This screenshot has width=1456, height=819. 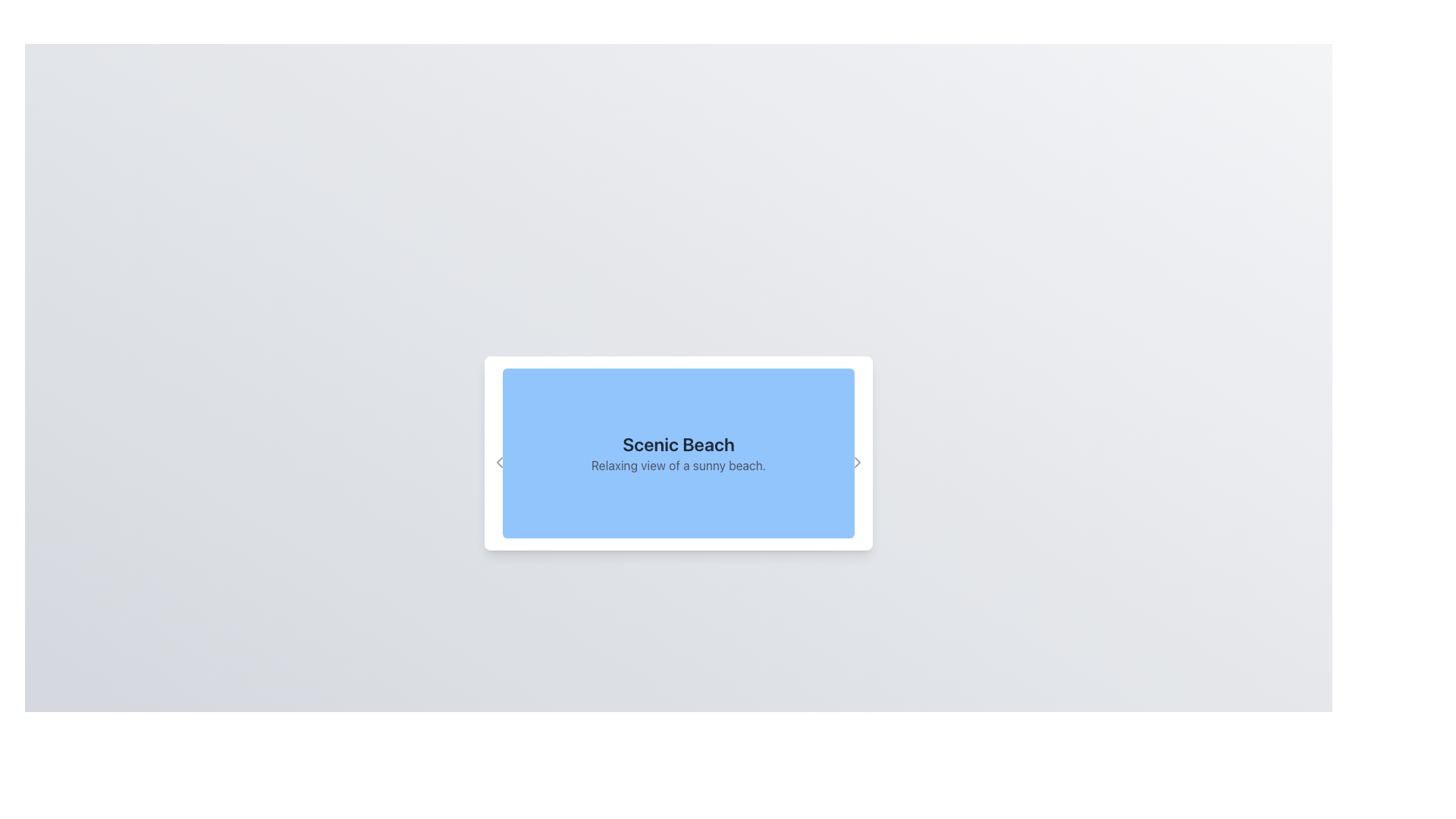 What do you see at coordinates (677, 444) in the screenshot?
I see `the text element displaying 'Scenic Beach', which is styled with a large, bold font in black color and positioned centrally above the description 'Relaxing view of a sunny beach'` at bounding box center [677, 444].